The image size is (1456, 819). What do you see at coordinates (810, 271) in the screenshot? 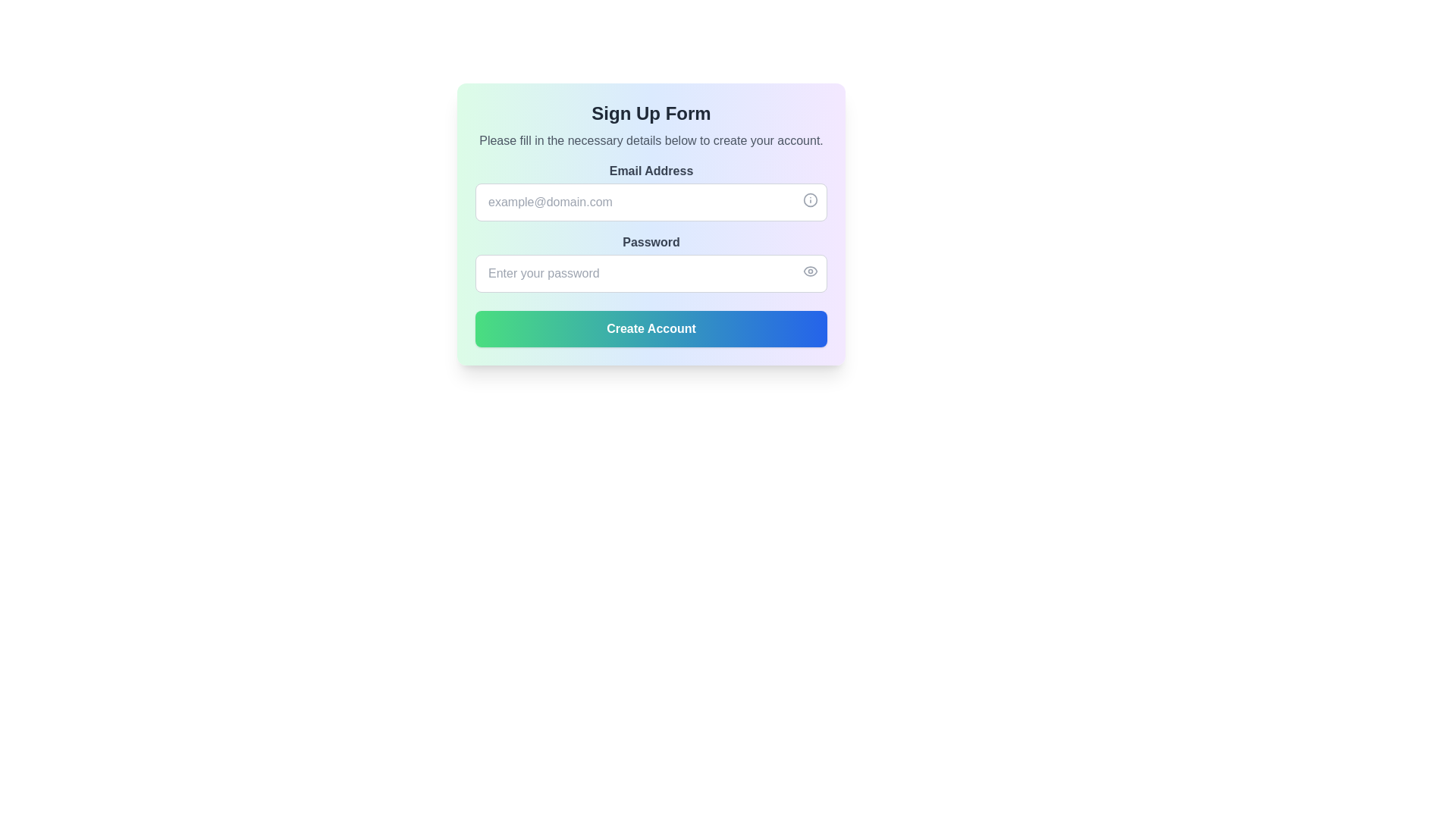
I see `the outer elliptical shape of the eye icon used to toggle password visibility by hovering over it for visual feedback` at bounding box center [810, 271].